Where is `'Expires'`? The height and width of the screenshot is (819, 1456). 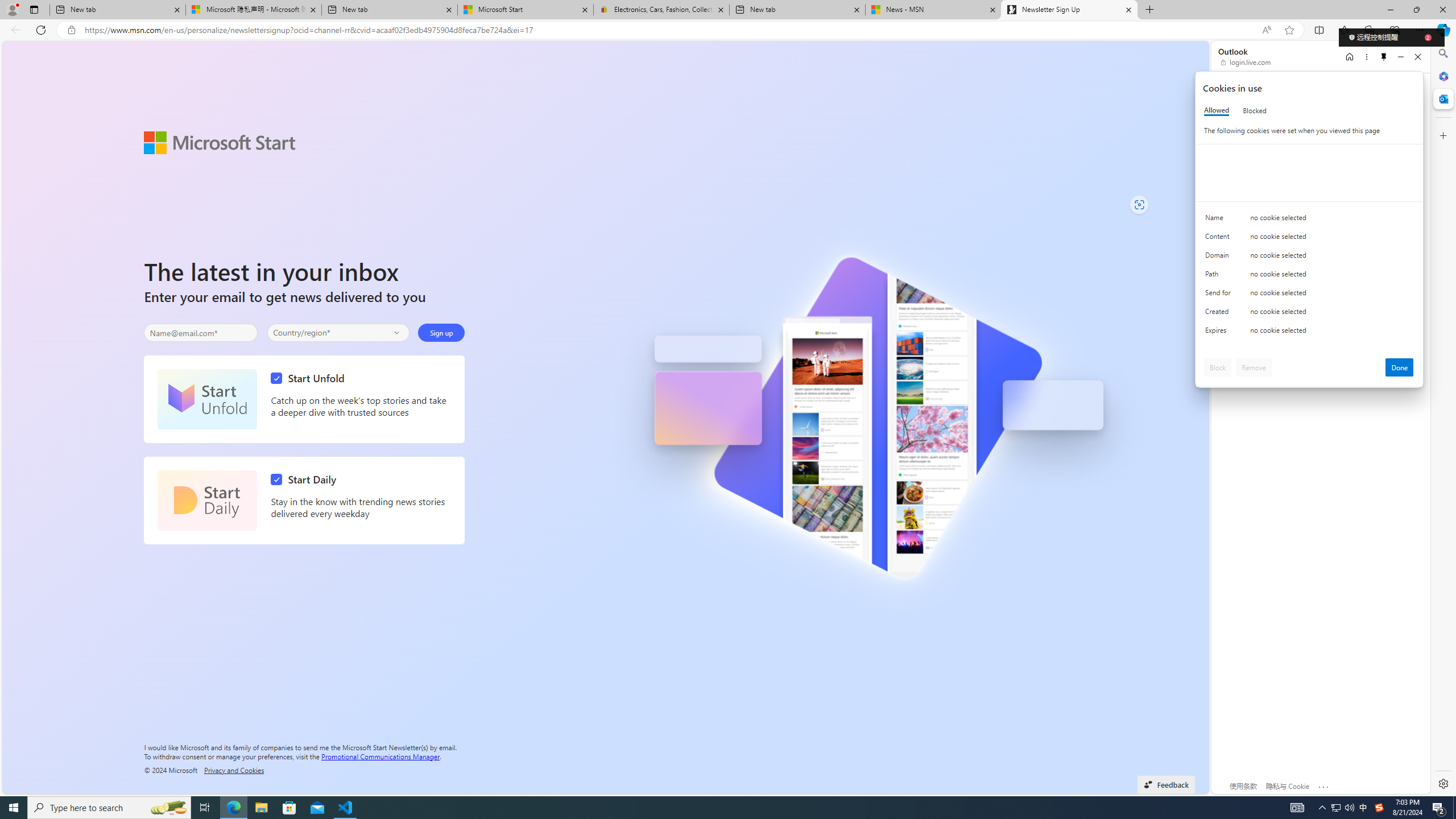 'Expires' is located at coordinates (1219, 333).